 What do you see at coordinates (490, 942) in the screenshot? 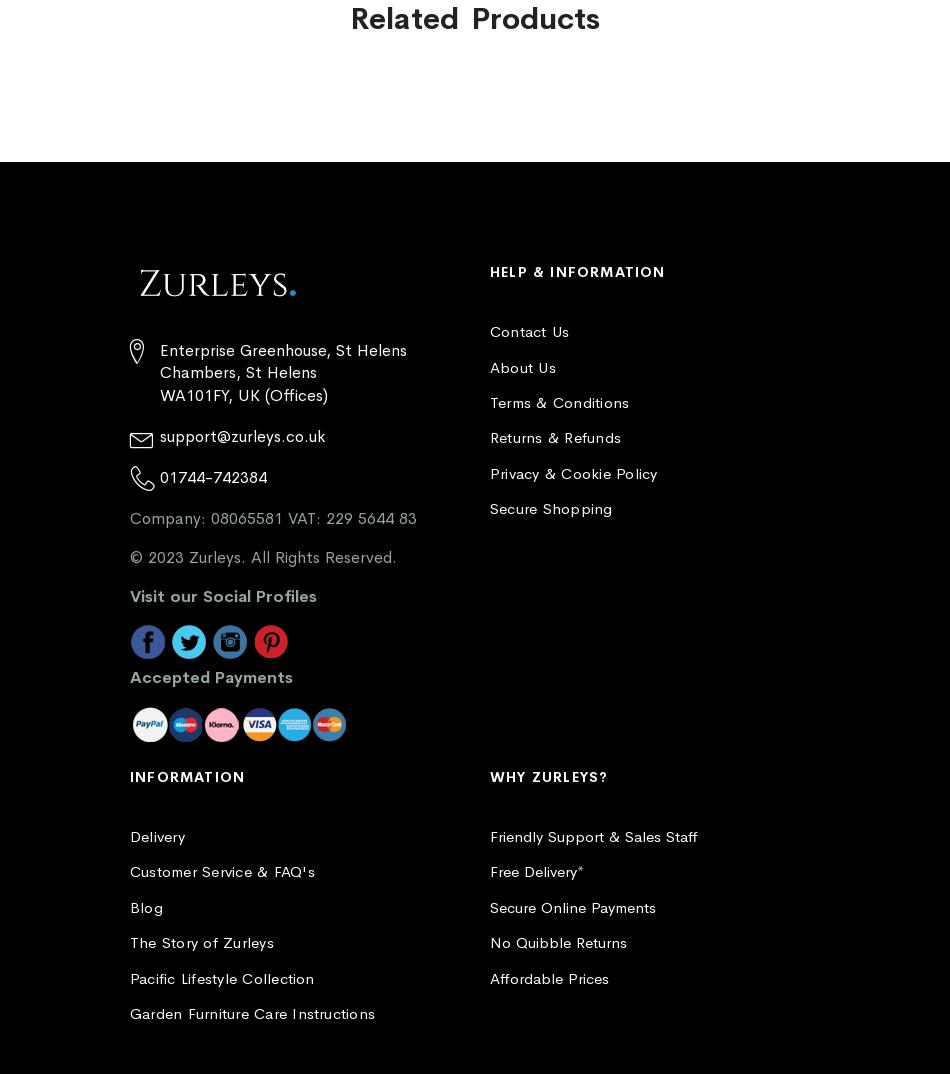
I see `'No Quibble Returns'` at bounding box center [490, 942].